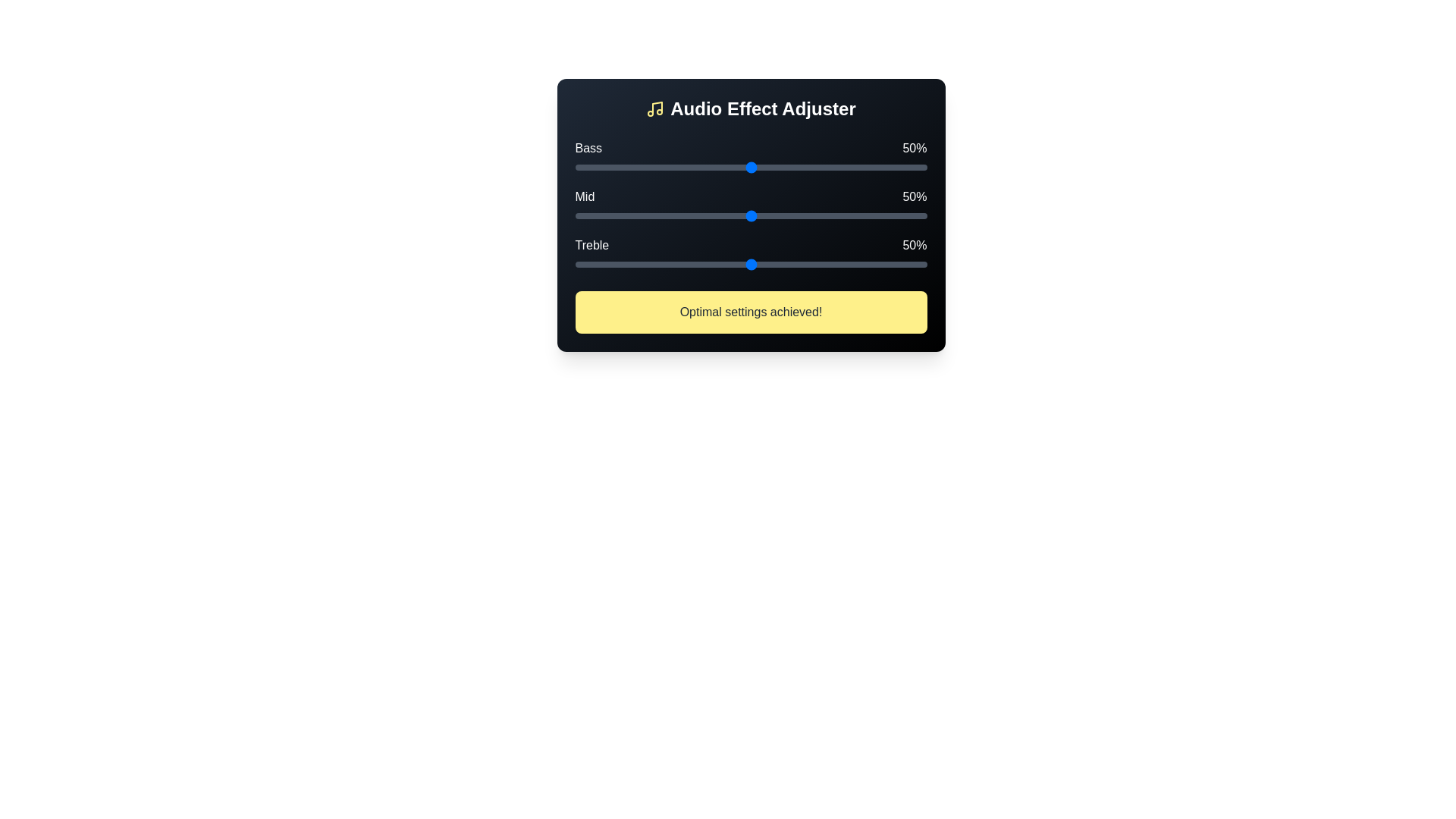 This screenshot has width=1456, height=819. What do you see at coordinates (888, 167) in the screenshot?
I see `the Bass slider to 89% by clicking on the slider track` at bounding box center [888, 167].